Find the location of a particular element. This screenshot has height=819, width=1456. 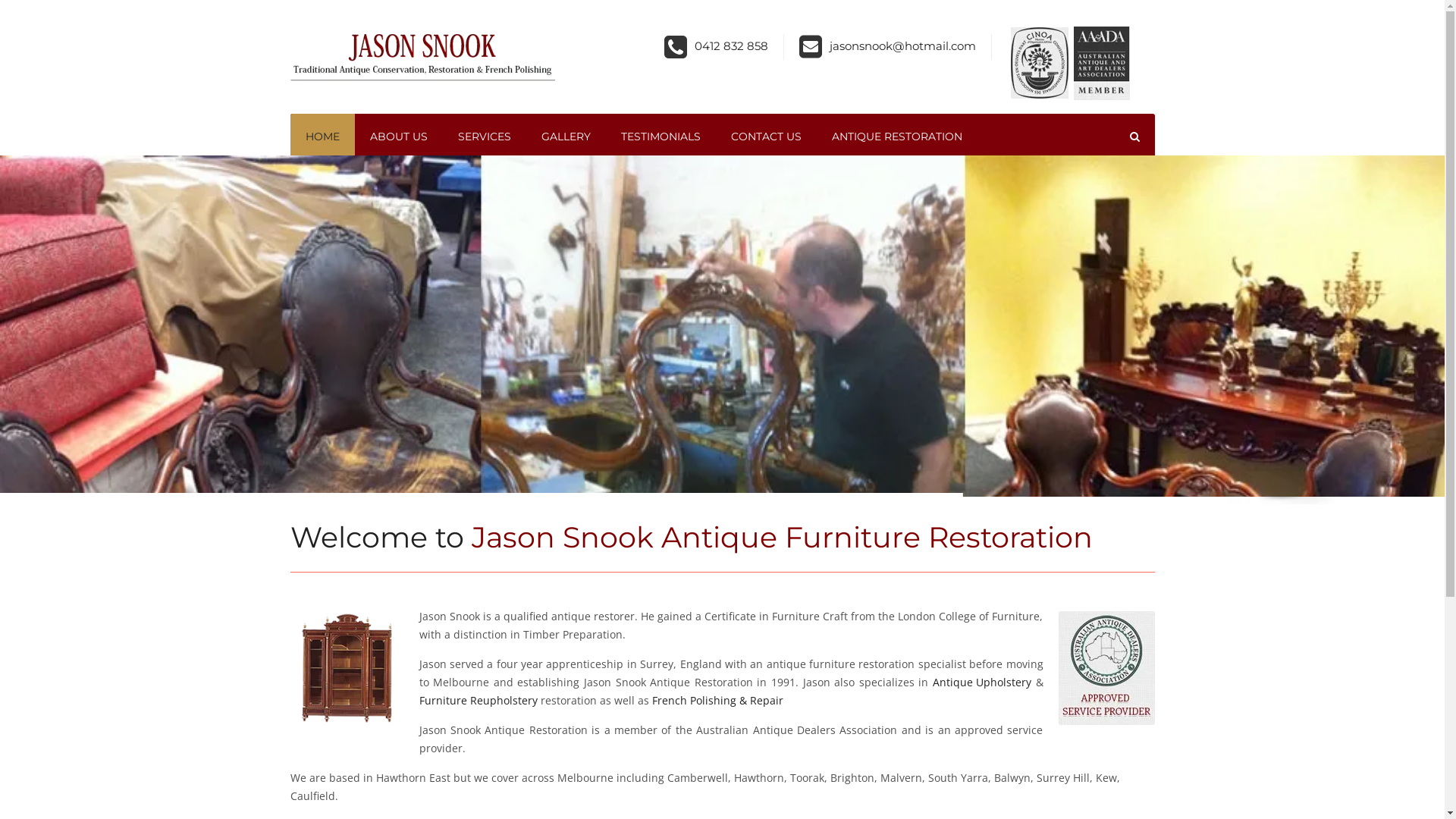

'HOME' is located at coordinates (321, 136).